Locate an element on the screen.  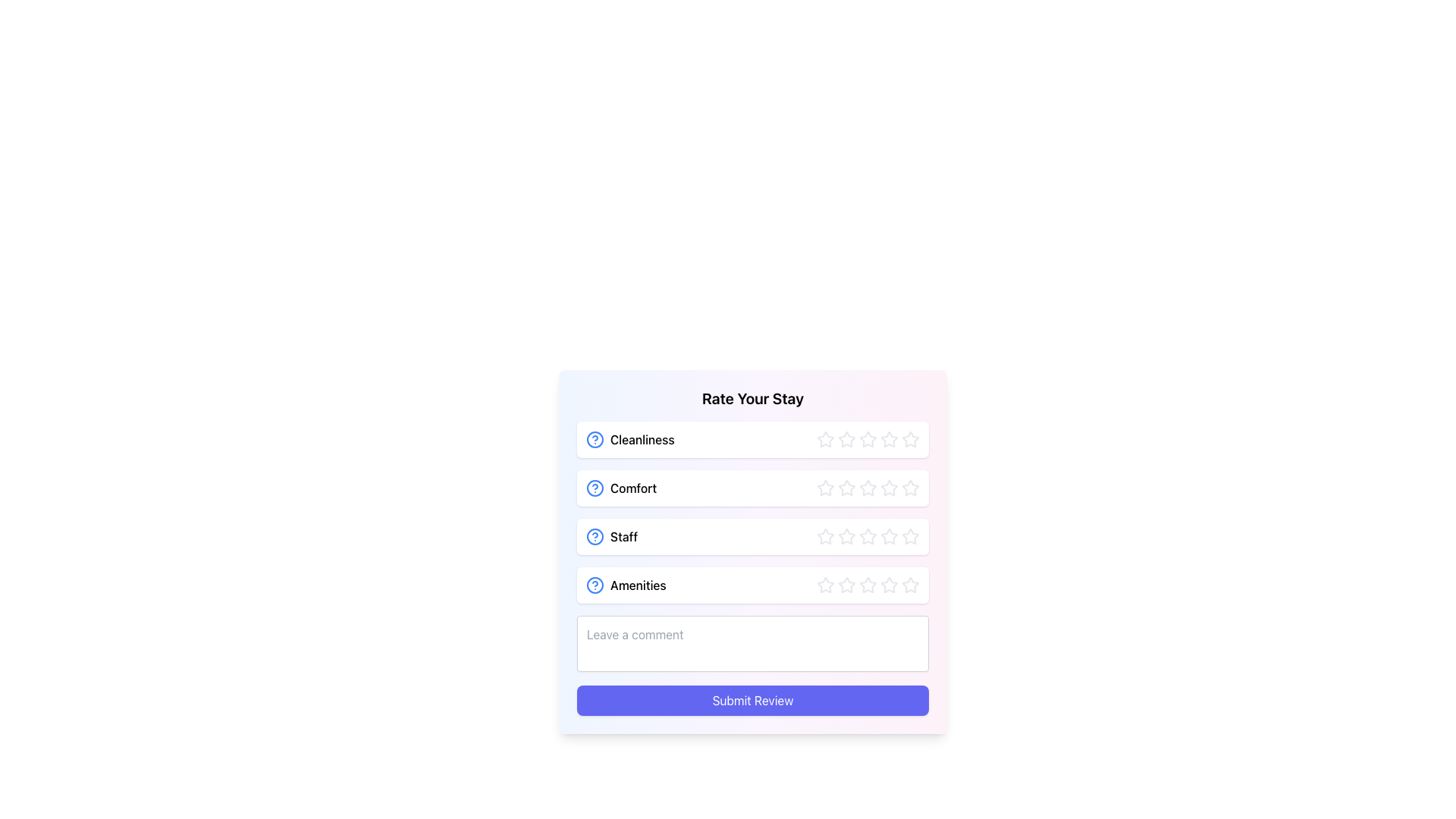
the text label displaying 'Staff', which is the third item in a vertical list of labels, positioned below 'Comfort' and above 'Amenities' is located at coordinates (611, 536).